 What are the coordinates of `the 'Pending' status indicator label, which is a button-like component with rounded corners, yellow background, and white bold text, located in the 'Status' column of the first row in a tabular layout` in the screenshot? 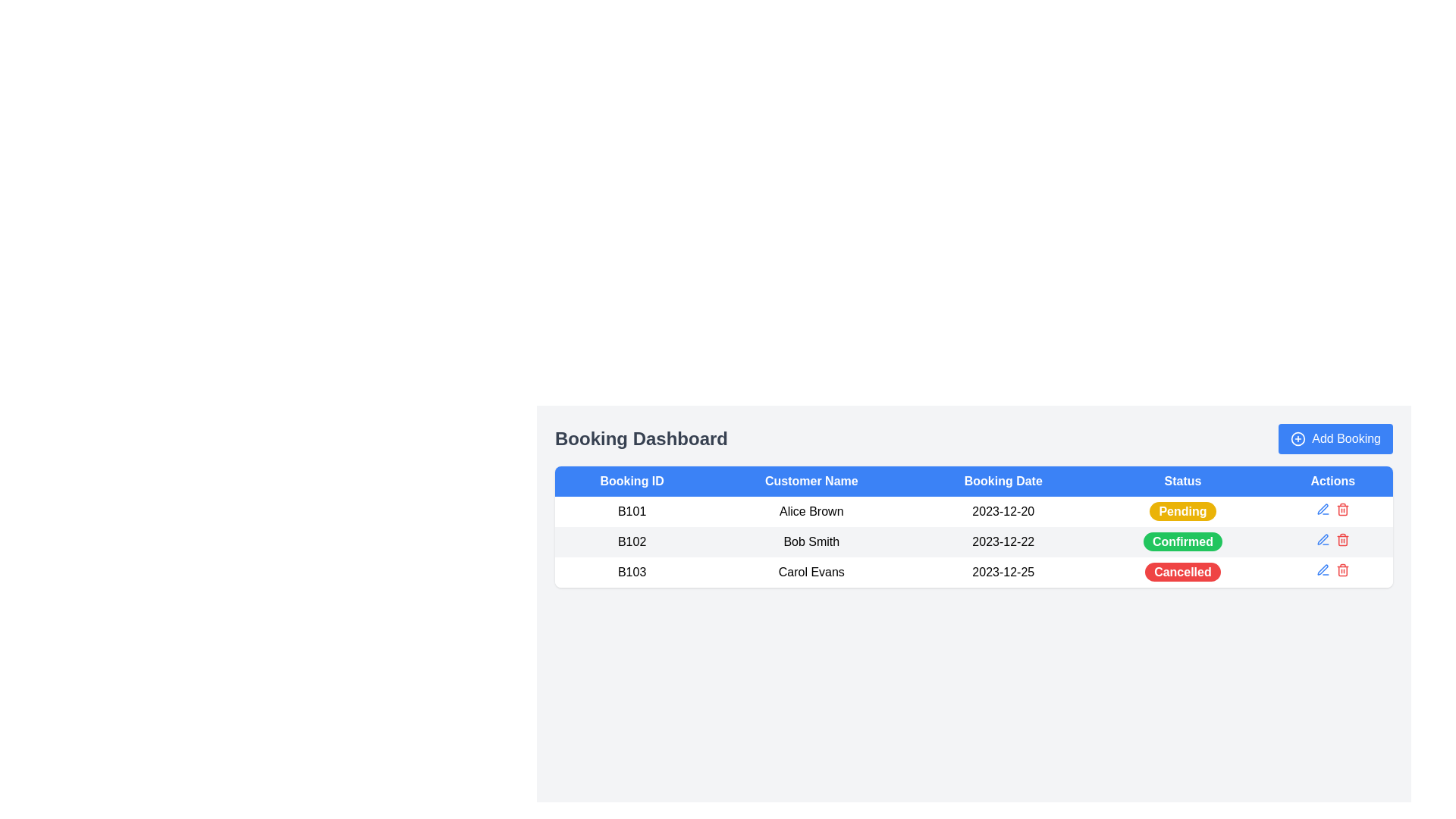 It's located at (1182, 512).